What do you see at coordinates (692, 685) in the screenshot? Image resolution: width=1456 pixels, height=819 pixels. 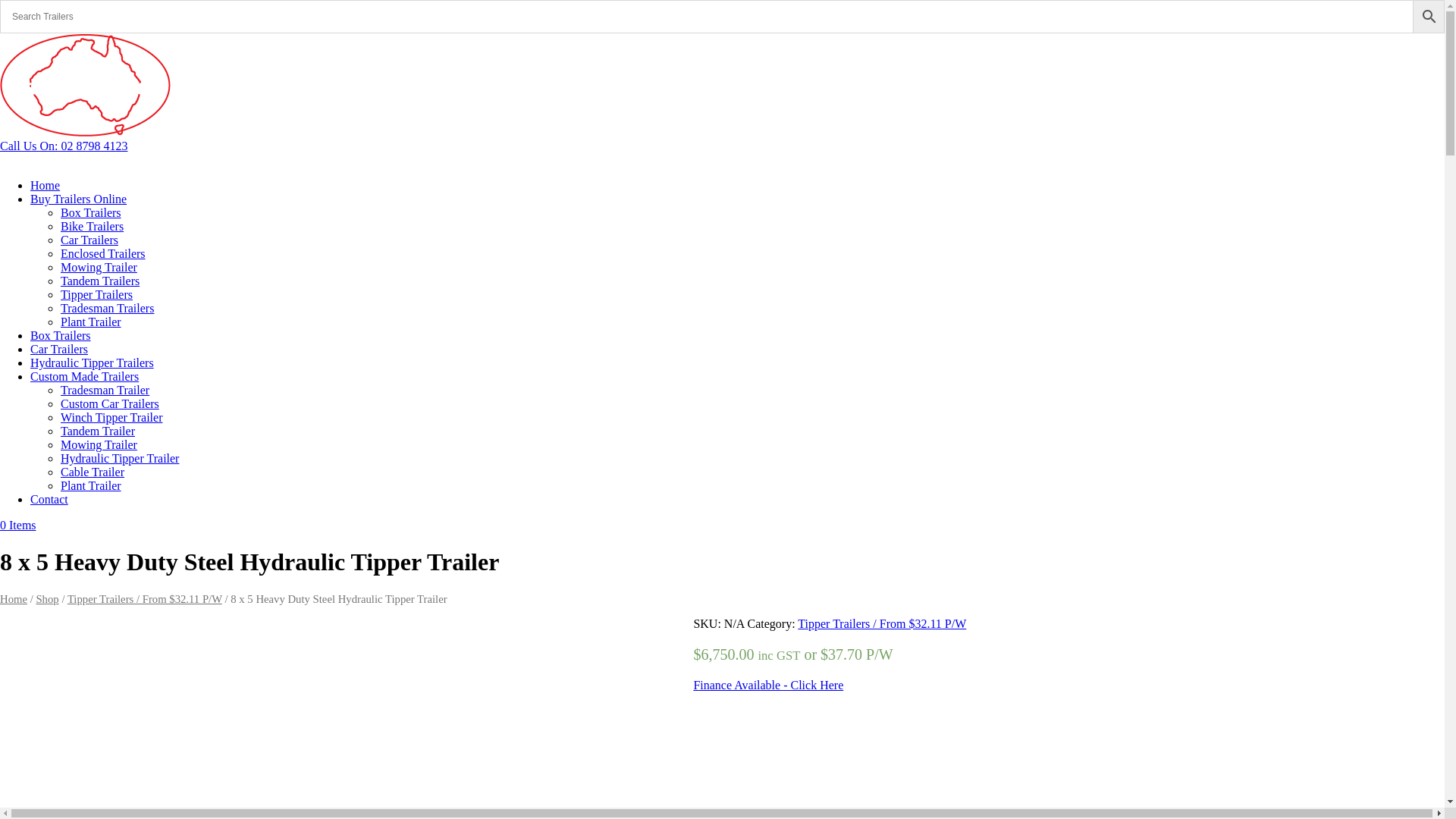 I see `'Finance Available - Click Here'` at bounding box center [692, 685].